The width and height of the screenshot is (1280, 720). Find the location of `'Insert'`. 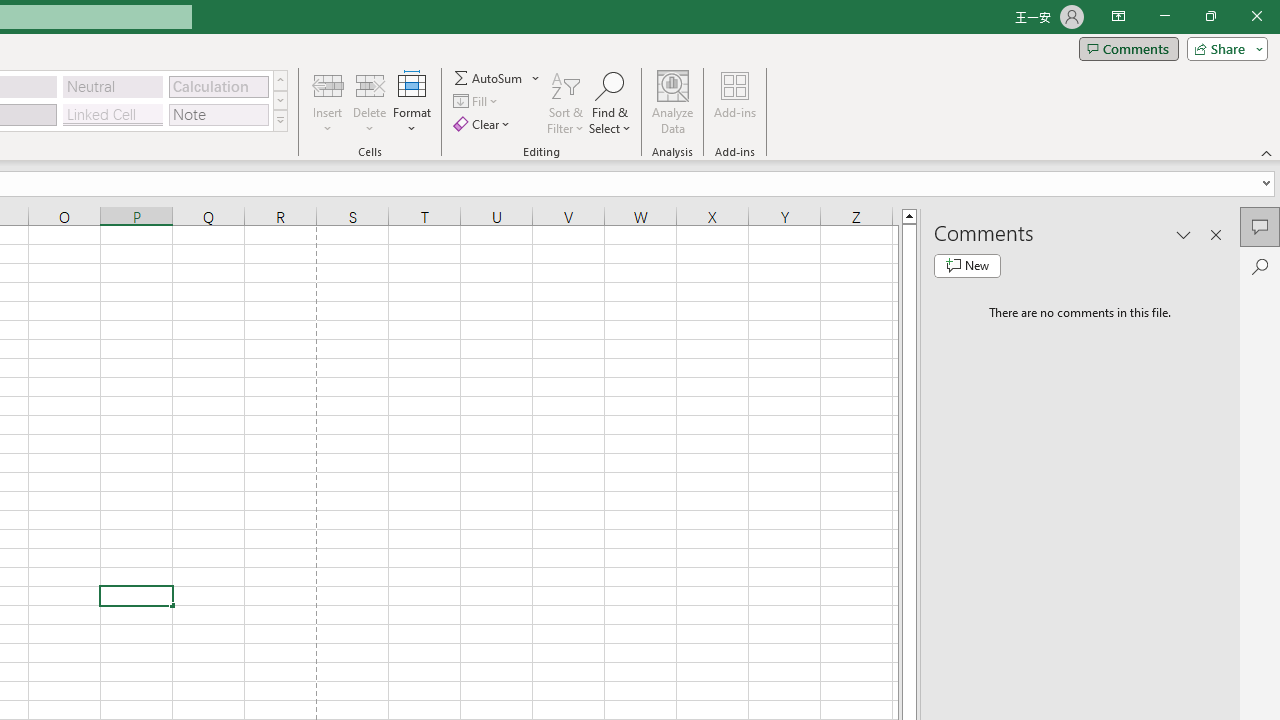

'Insert' is located at coordinates (328, 103).